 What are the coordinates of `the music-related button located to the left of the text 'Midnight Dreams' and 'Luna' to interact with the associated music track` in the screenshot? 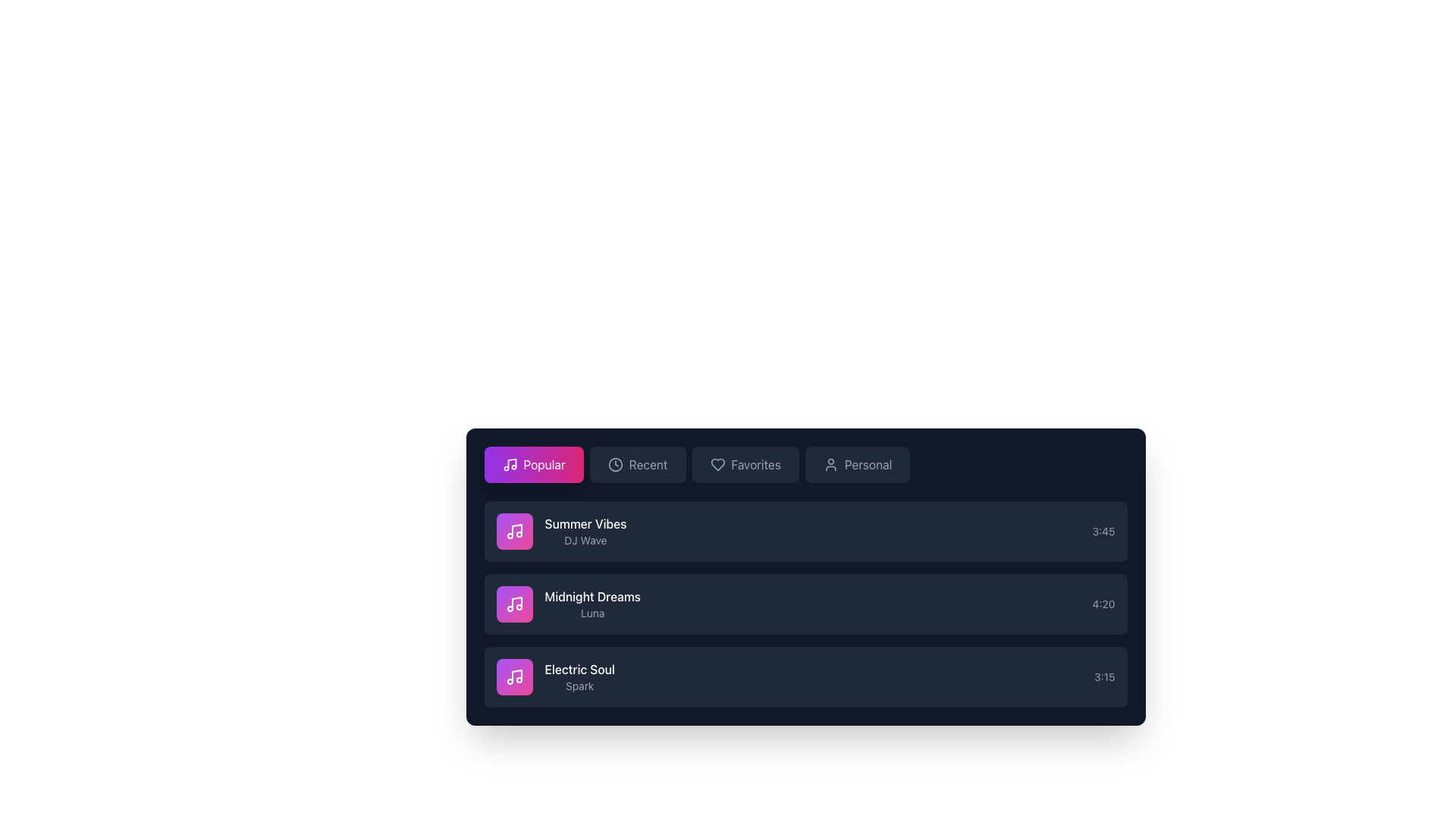 It's located at (514, 604).